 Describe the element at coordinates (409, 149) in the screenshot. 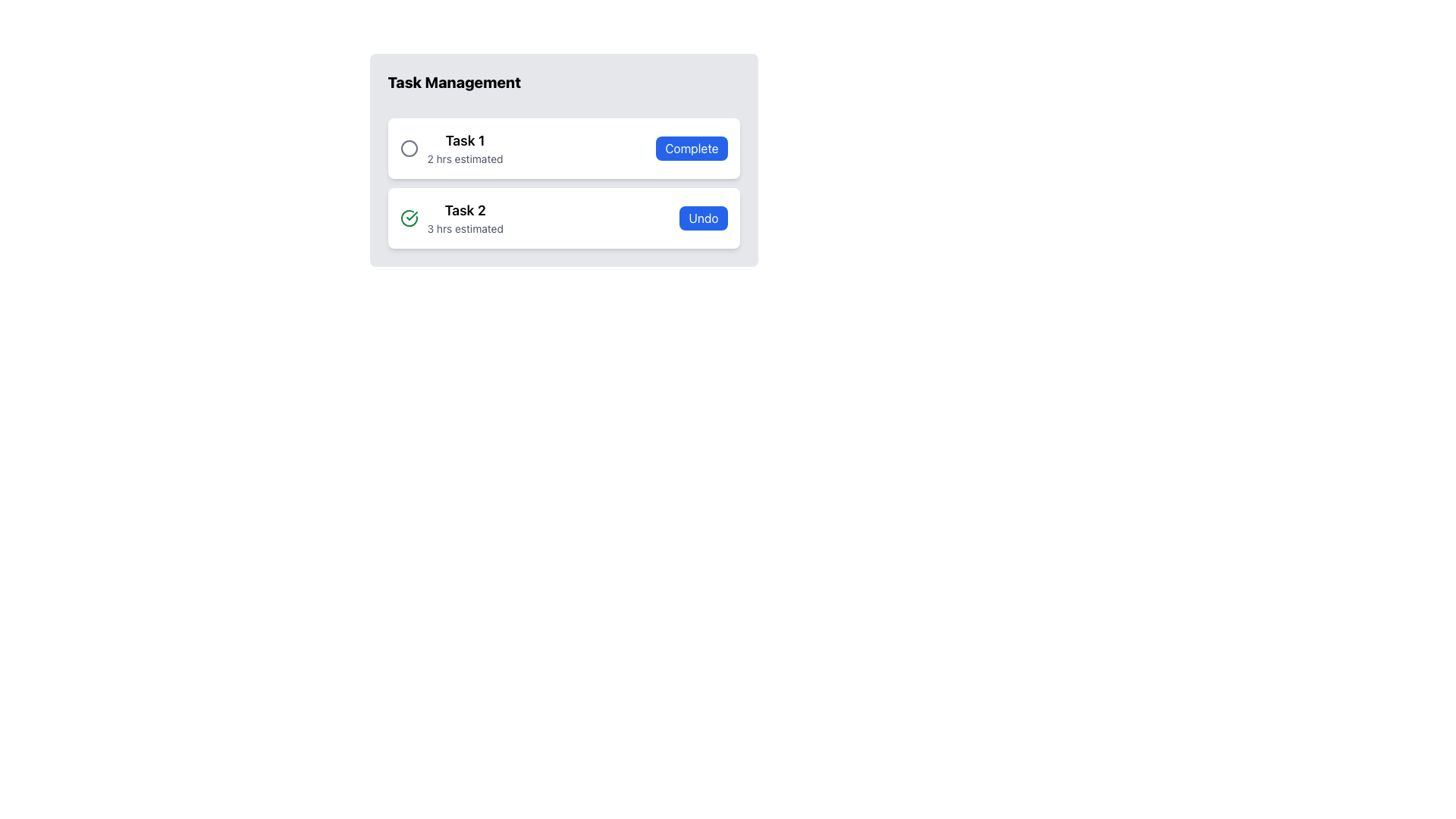

I see `the circular SVG icon located to the left of the text 'Task 1' in the task management module` at that location.